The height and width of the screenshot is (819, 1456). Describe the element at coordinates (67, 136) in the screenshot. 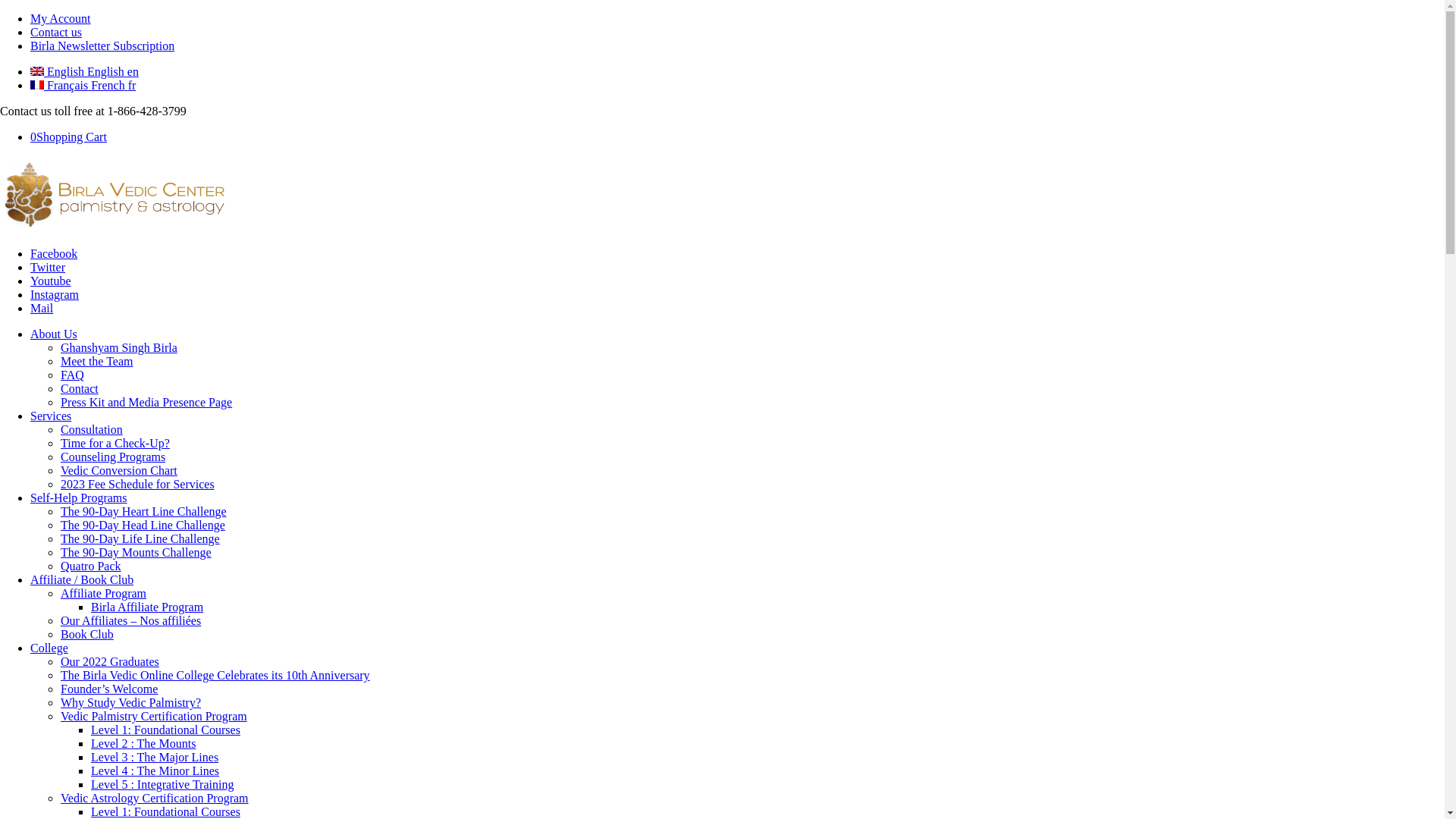

I see `'0Shopping Cart'` at that location.